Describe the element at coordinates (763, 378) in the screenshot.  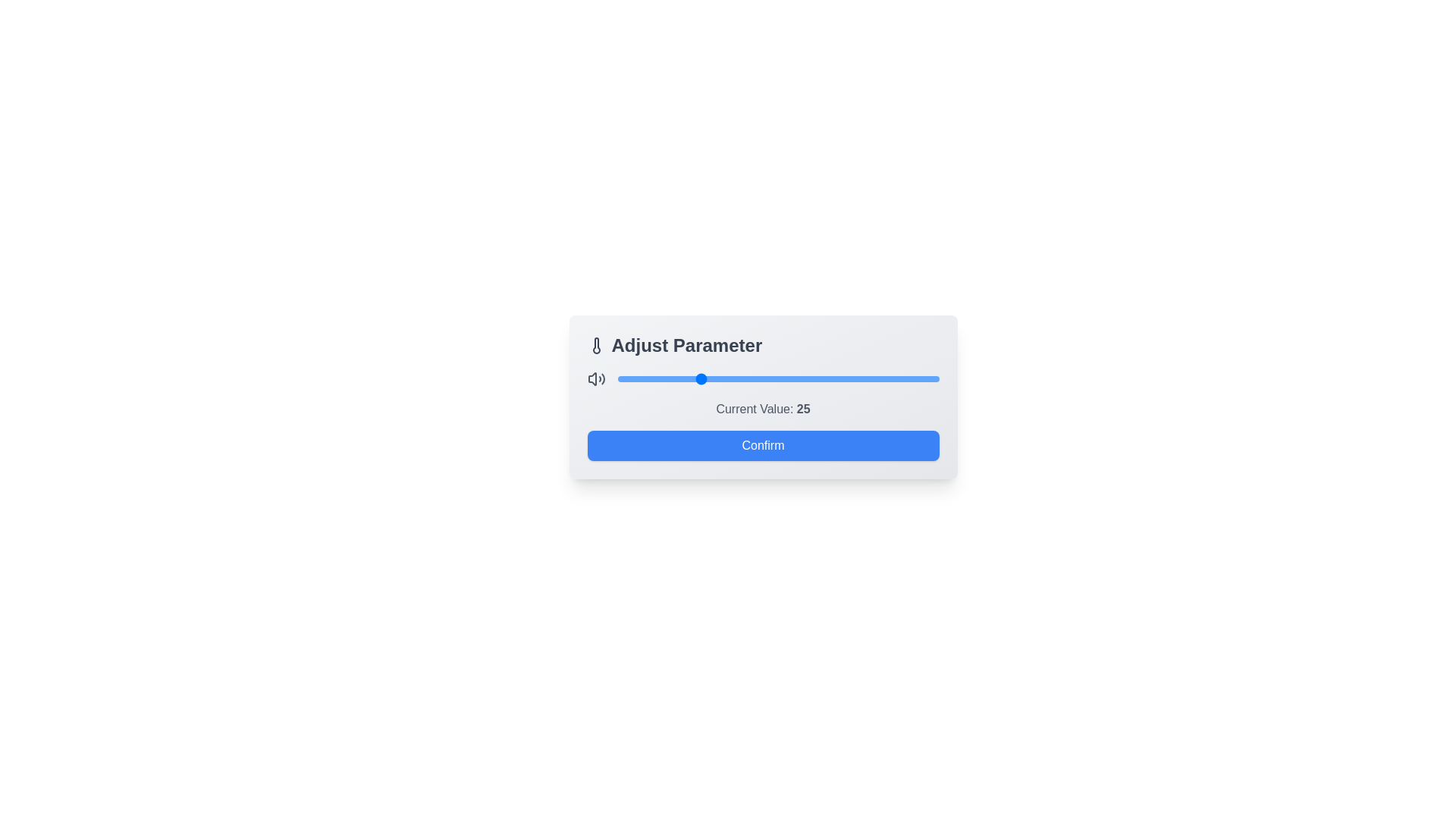
I see `the Range Slider located below the 'Adjust Parameter' title and above the 'Current Value: 25' text` at that location.